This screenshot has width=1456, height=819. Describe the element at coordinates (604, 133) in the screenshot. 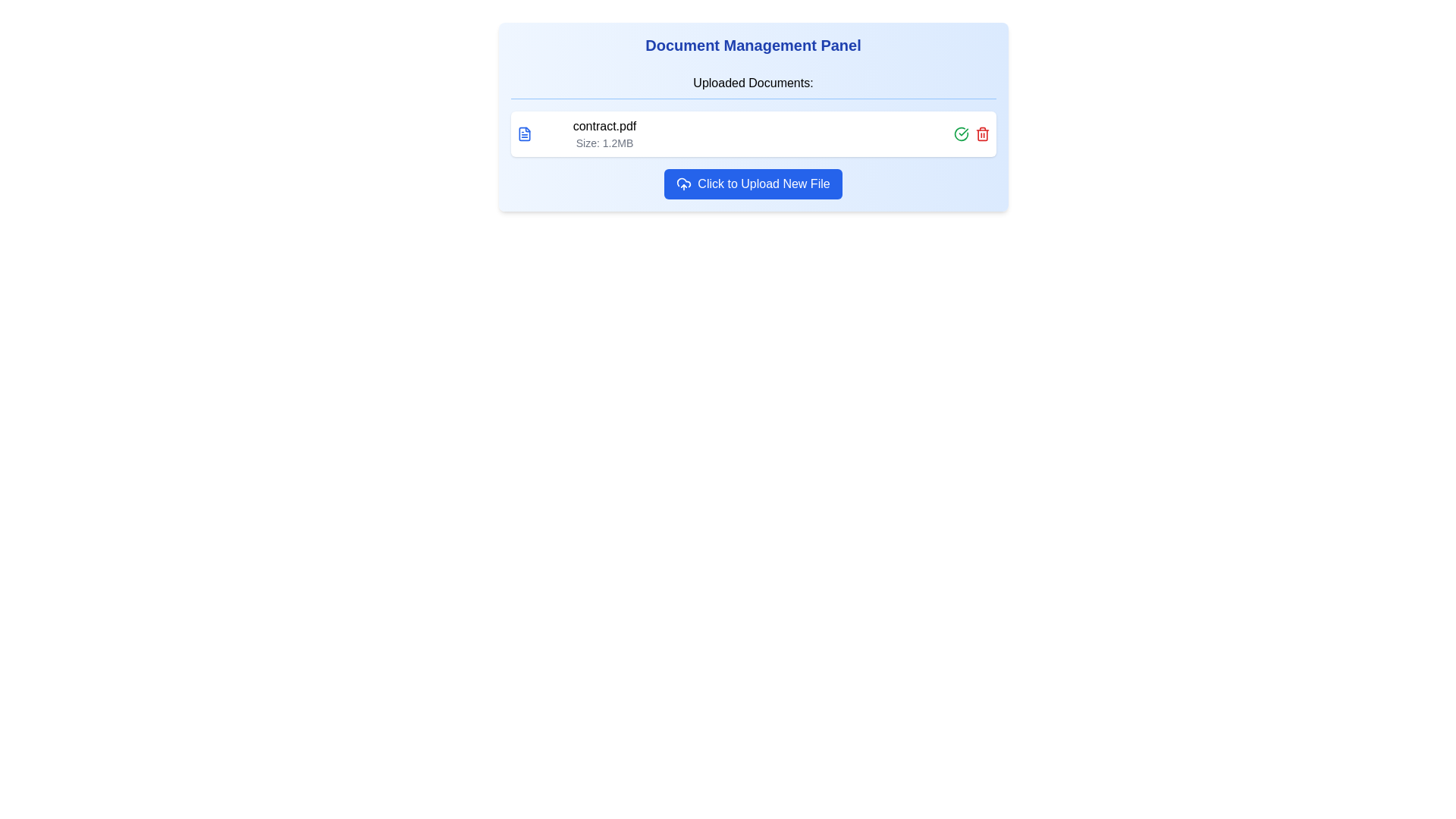

I see `text label displaying 'contract.pdf' and 'Size: 1.2MB' in the Document Management Panel under the Uploaded Documents section to understand the file details` at that location.